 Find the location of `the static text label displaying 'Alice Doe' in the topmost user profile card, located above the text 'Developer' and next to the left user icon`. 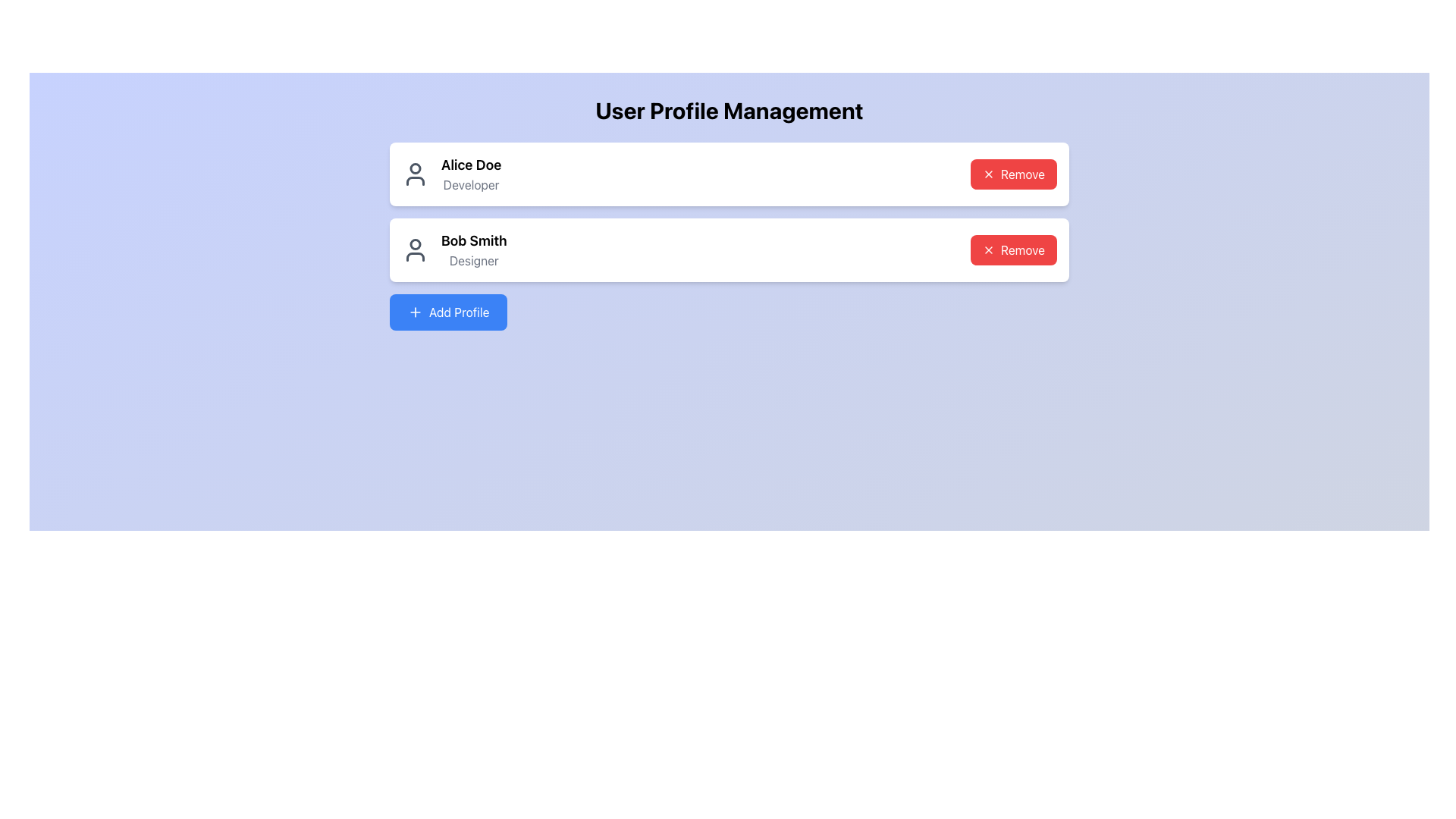

the static text label displaying 'Alice Doe' in the topmost user profile card, located above the text 'Developer' and next to the left user icon is located at coordinates (470, 165).